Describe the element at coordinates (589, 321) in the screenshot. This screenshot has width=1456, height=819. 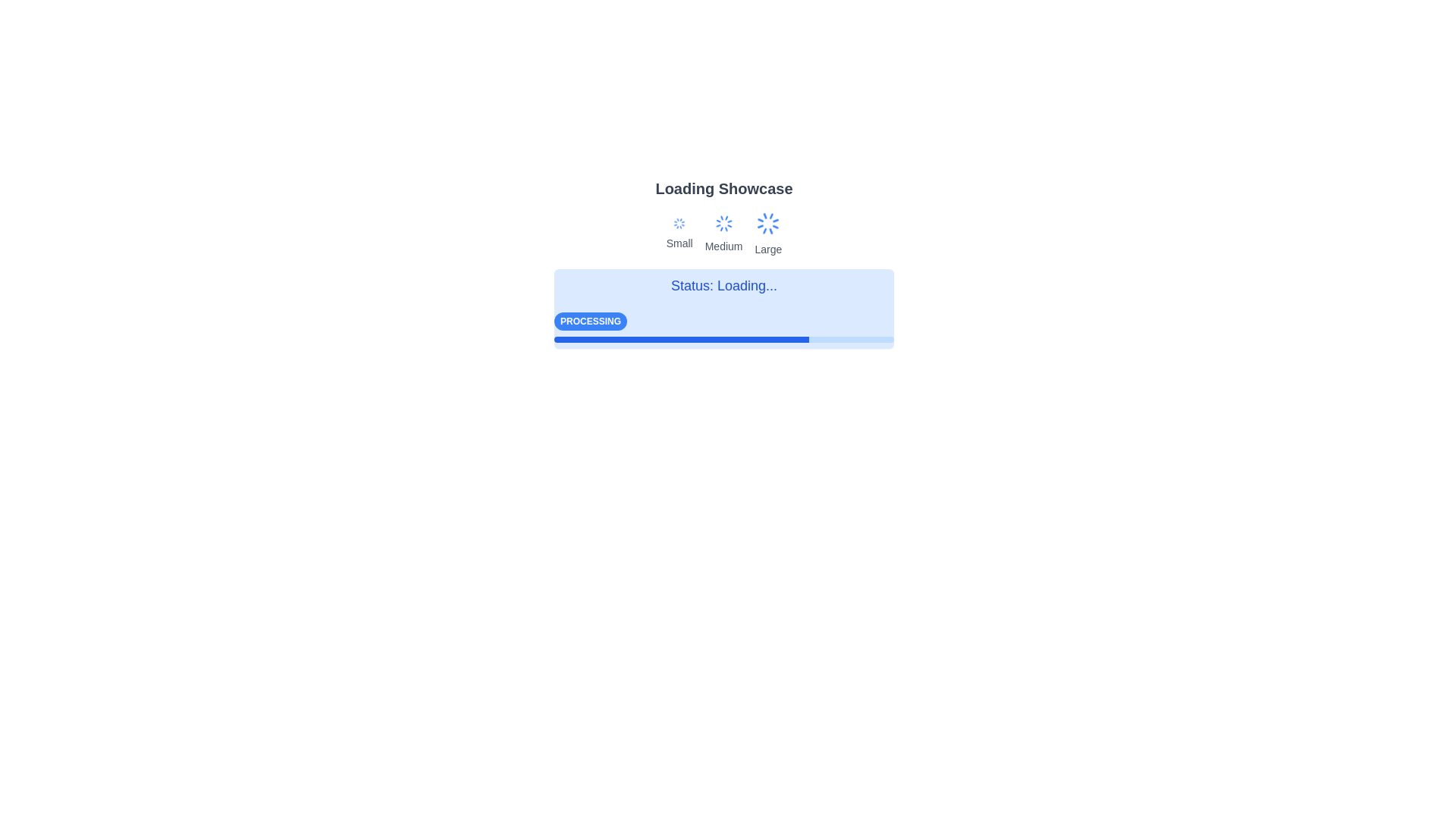
I see `the 'Processing' status badge located at the bottom-left corner of the blue-shaded loading status interface` at that location.